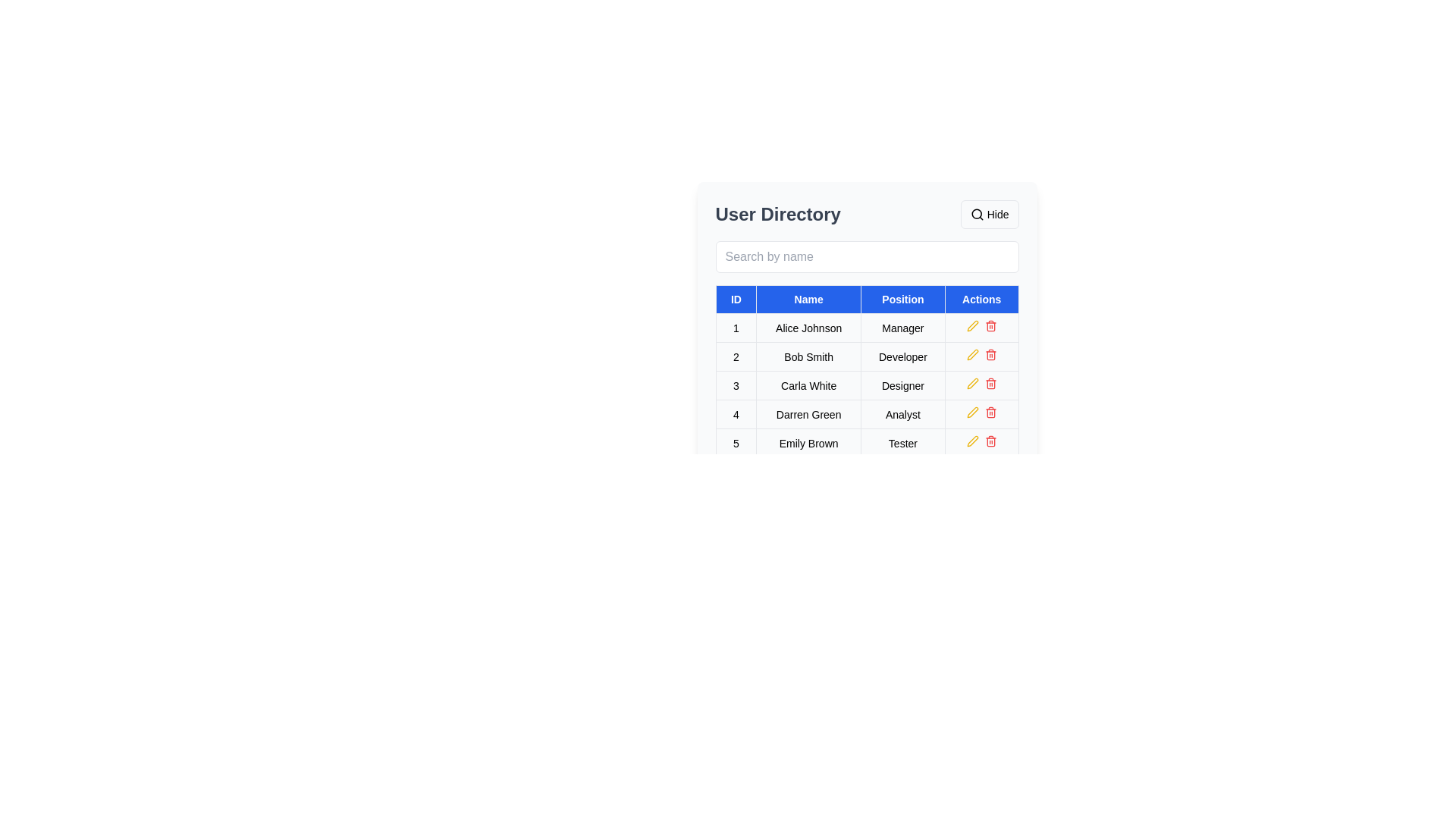 The image size is (1456, 819). Describe the element at coordinates (902, 356) in the screenshot. I see `the text label indicating the job title of the user 'Bob Smith' in the 'Position' column of the table` at that location.